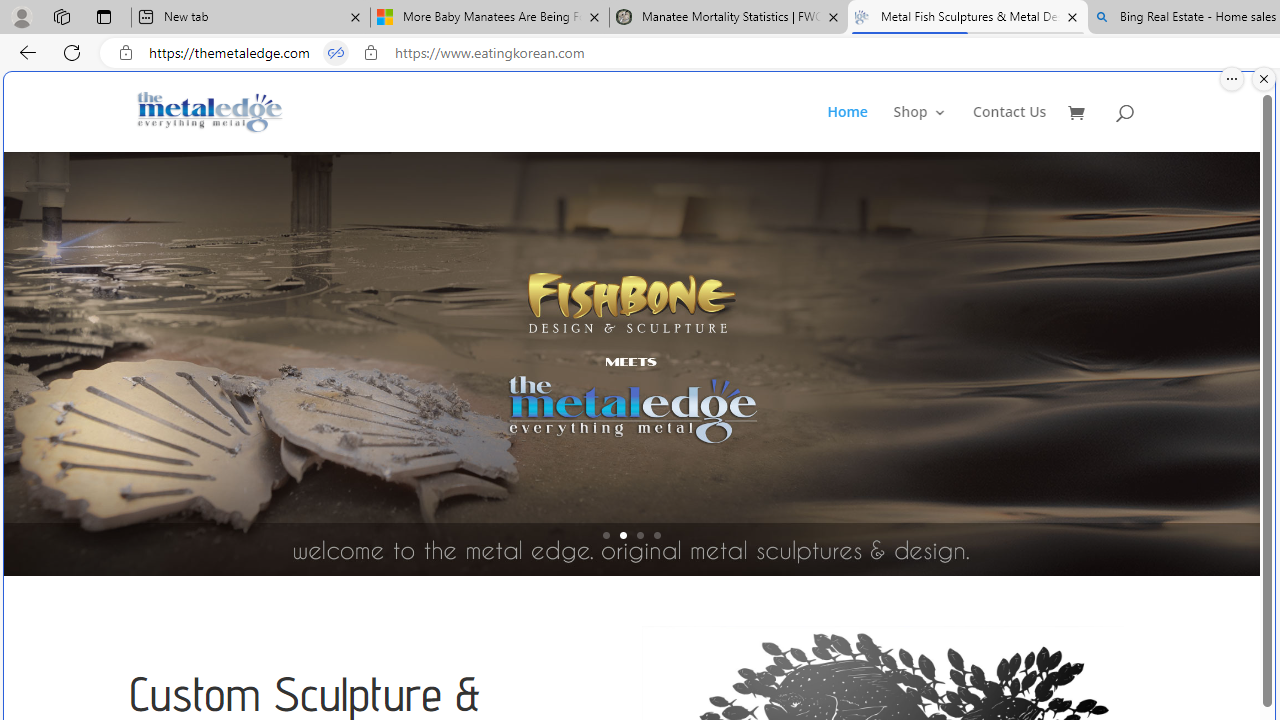 The image size is (1280, 720). I want to click on 'Manatee Mortality Statistics | FWC', so click(728, 17).